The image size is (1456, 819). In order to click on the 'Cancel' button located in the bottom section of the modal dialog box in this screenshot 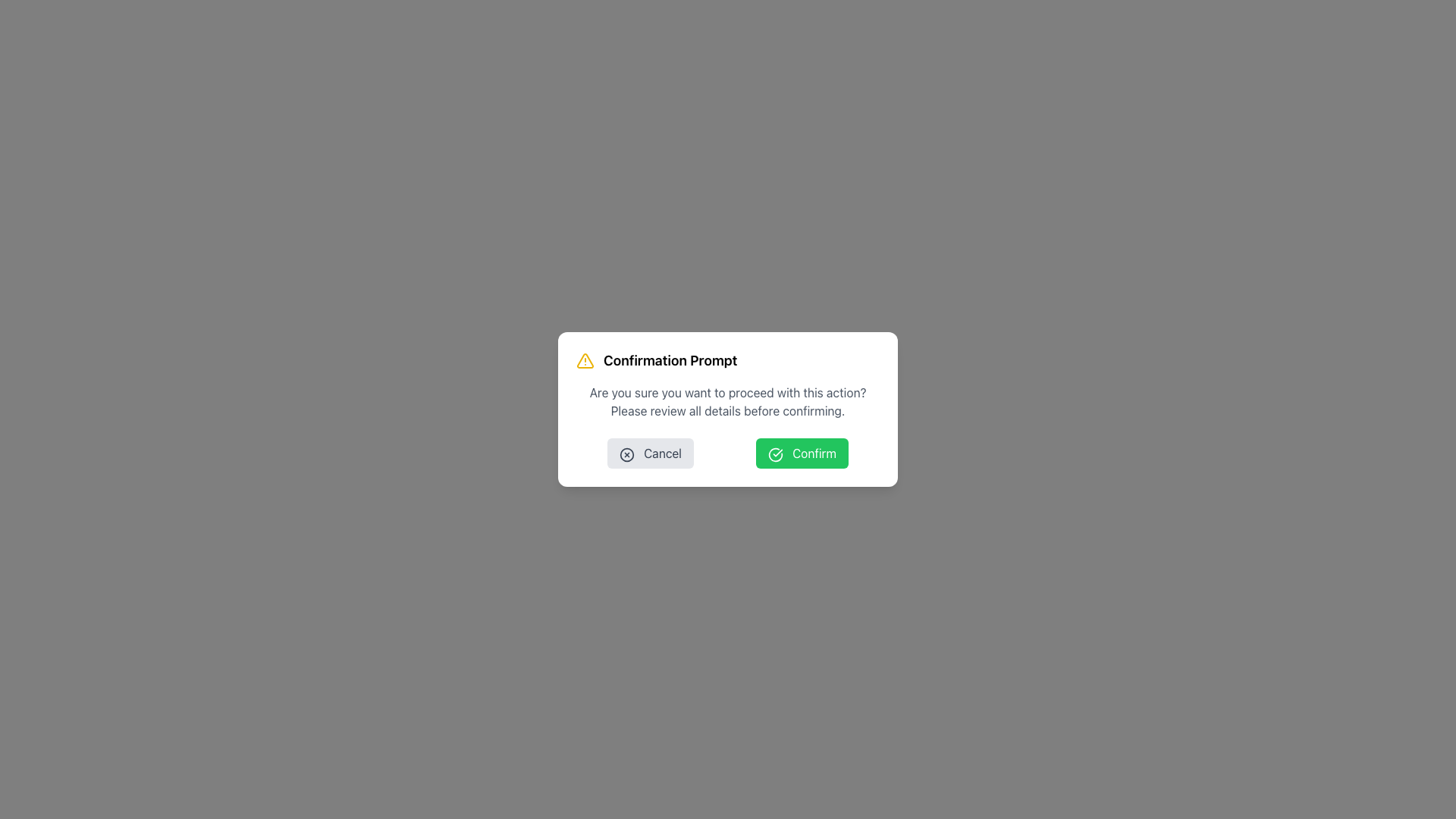, I will do `click(651, 452)`.